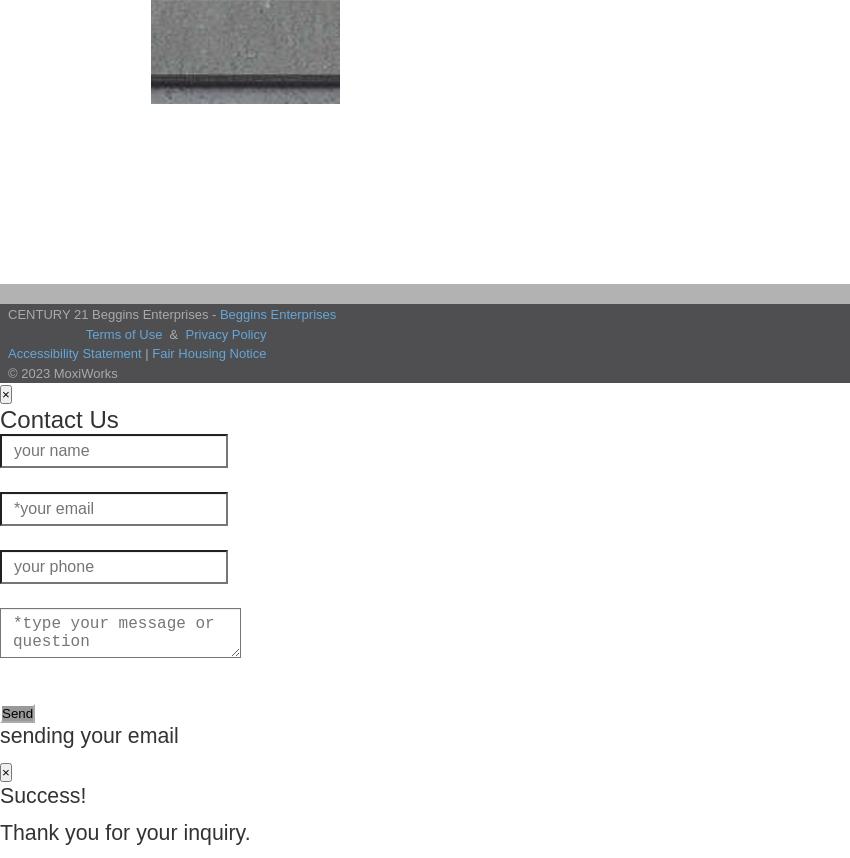 The height and width of the screenshot is (858, 850). Describe the element at coordinates (74, 353) in the screenshot. I see `'Accessibility Statement'` at that location.